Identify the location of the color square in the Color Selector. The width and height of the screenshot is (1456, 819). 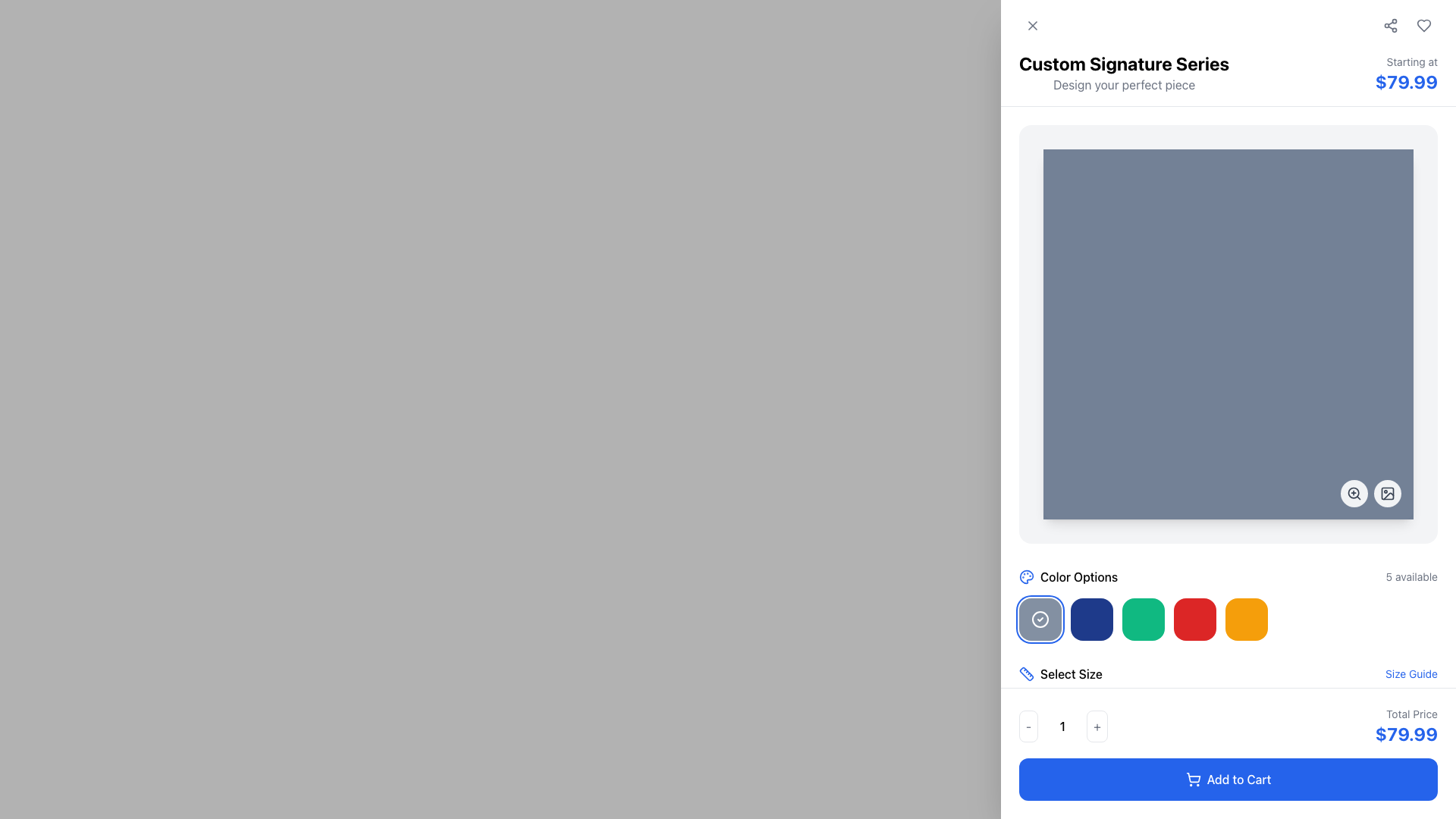
(1228, 604).